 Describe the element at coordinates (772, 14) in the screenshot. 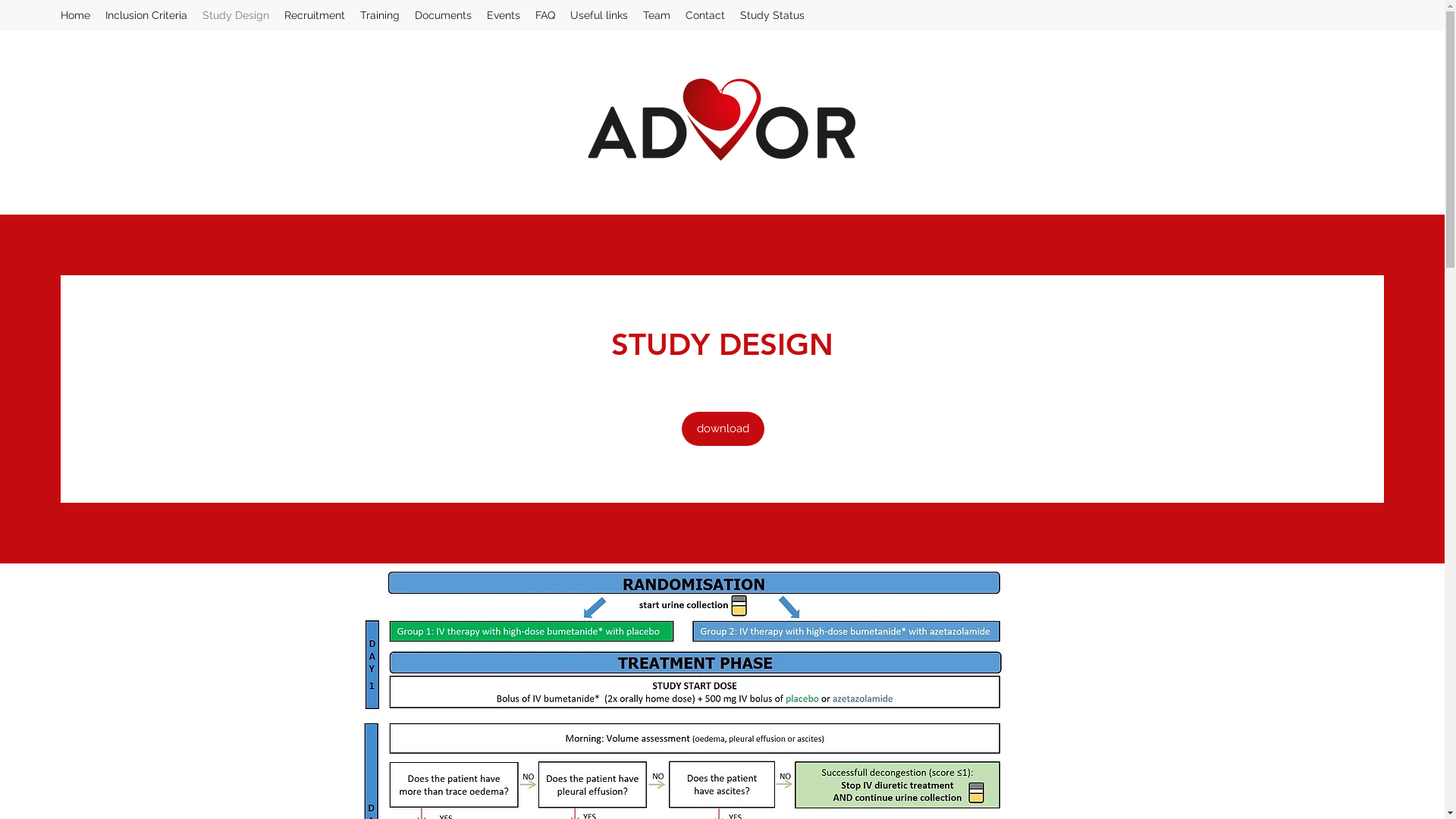

I see `'Study Status'` at that location.